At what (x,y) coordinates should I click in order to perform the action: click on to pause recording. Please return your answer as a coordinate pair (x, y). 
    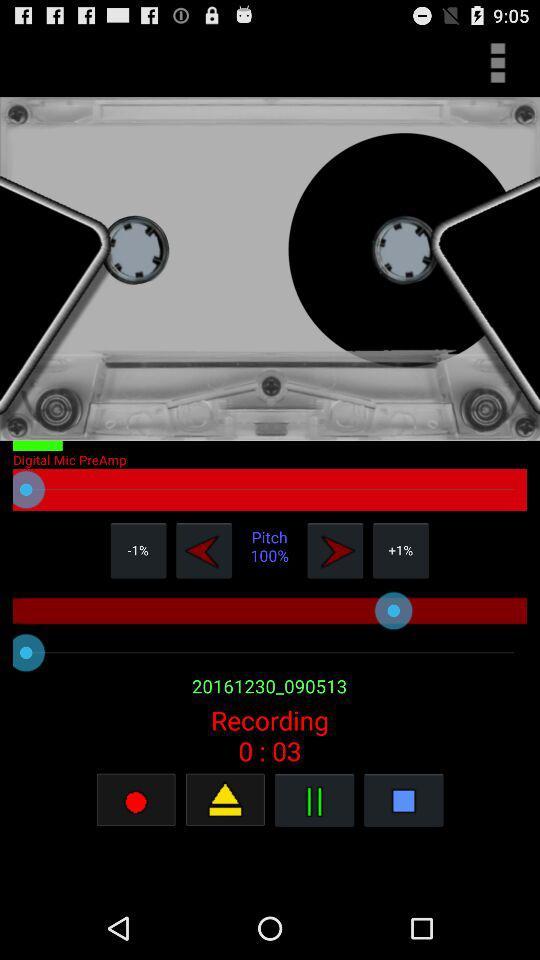
    Looking at the image, I should click on (314, 799).